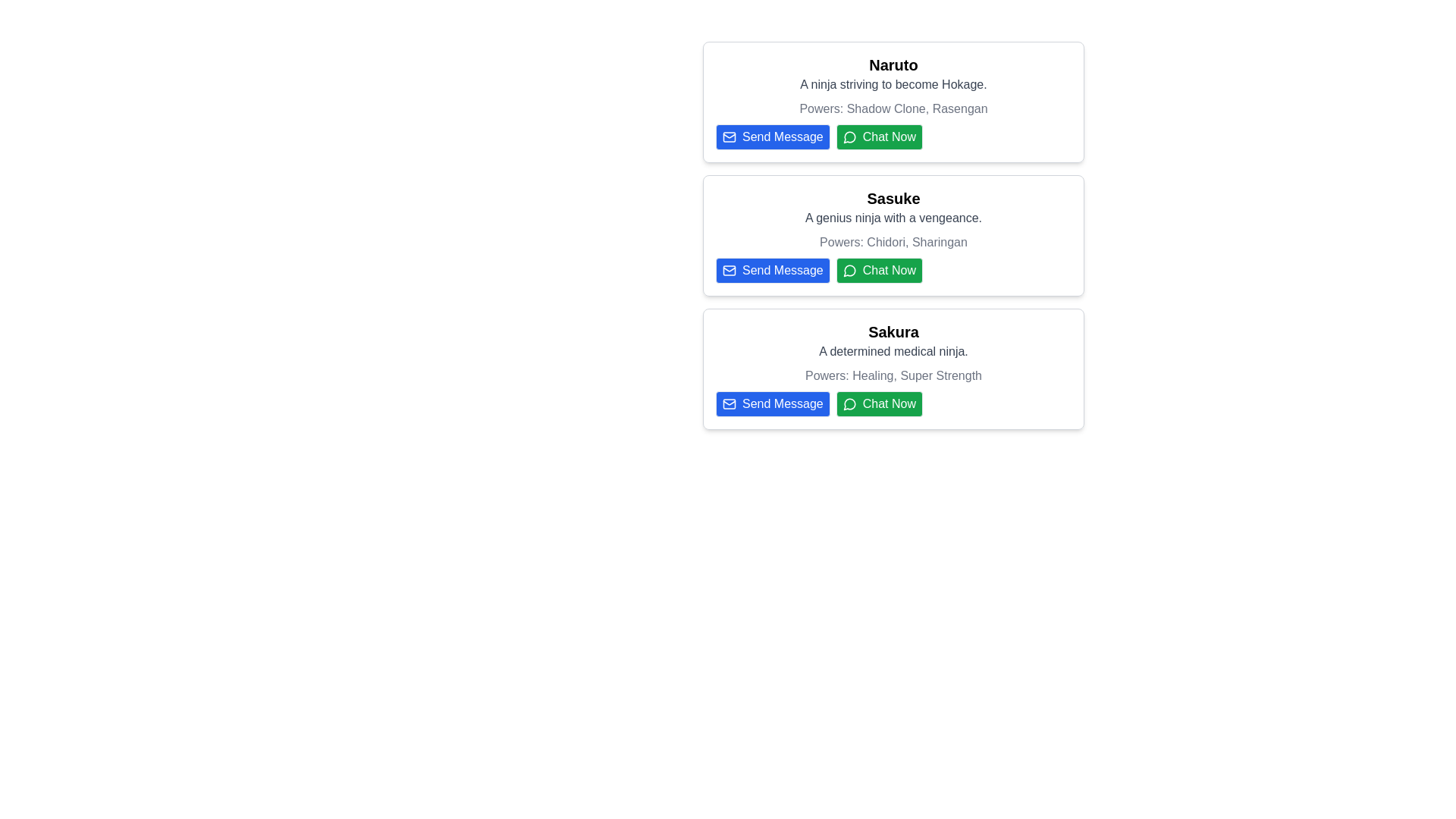 The height and width of the screenshot is (819, 1456). What do you see at coordinates (772, 270) in the screenshot?
I see `the 'Send Message' button, which is a blue rectangular button with white text and an envelope icon on the left side, to initiate its action` at bounding box center [772, 270].